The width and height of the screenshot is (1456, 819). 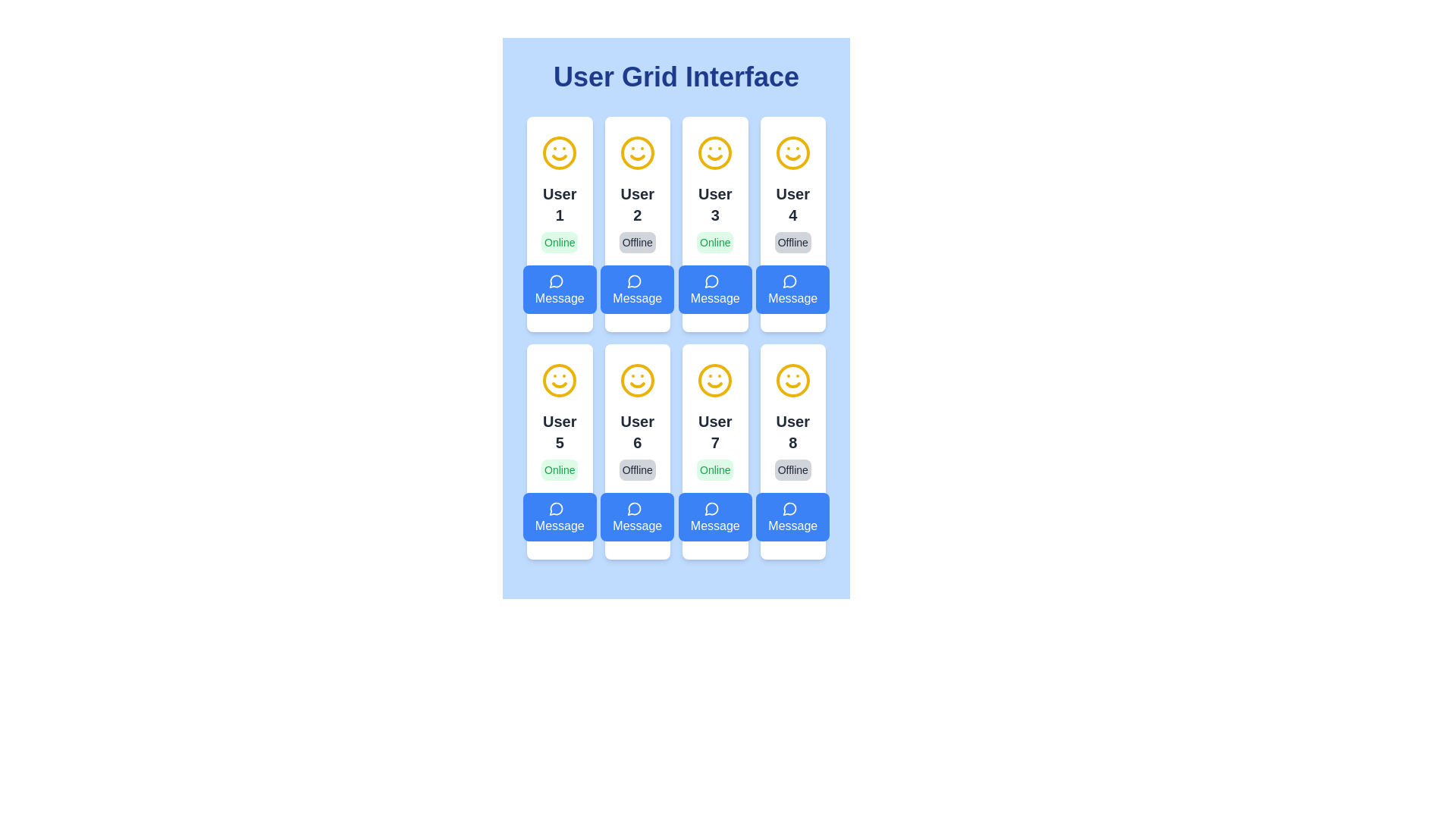 I want to click on the decorative icon representing the user status for 'User 3', located at the top of the card above the text 'User 3', so click(x=714, y=152).